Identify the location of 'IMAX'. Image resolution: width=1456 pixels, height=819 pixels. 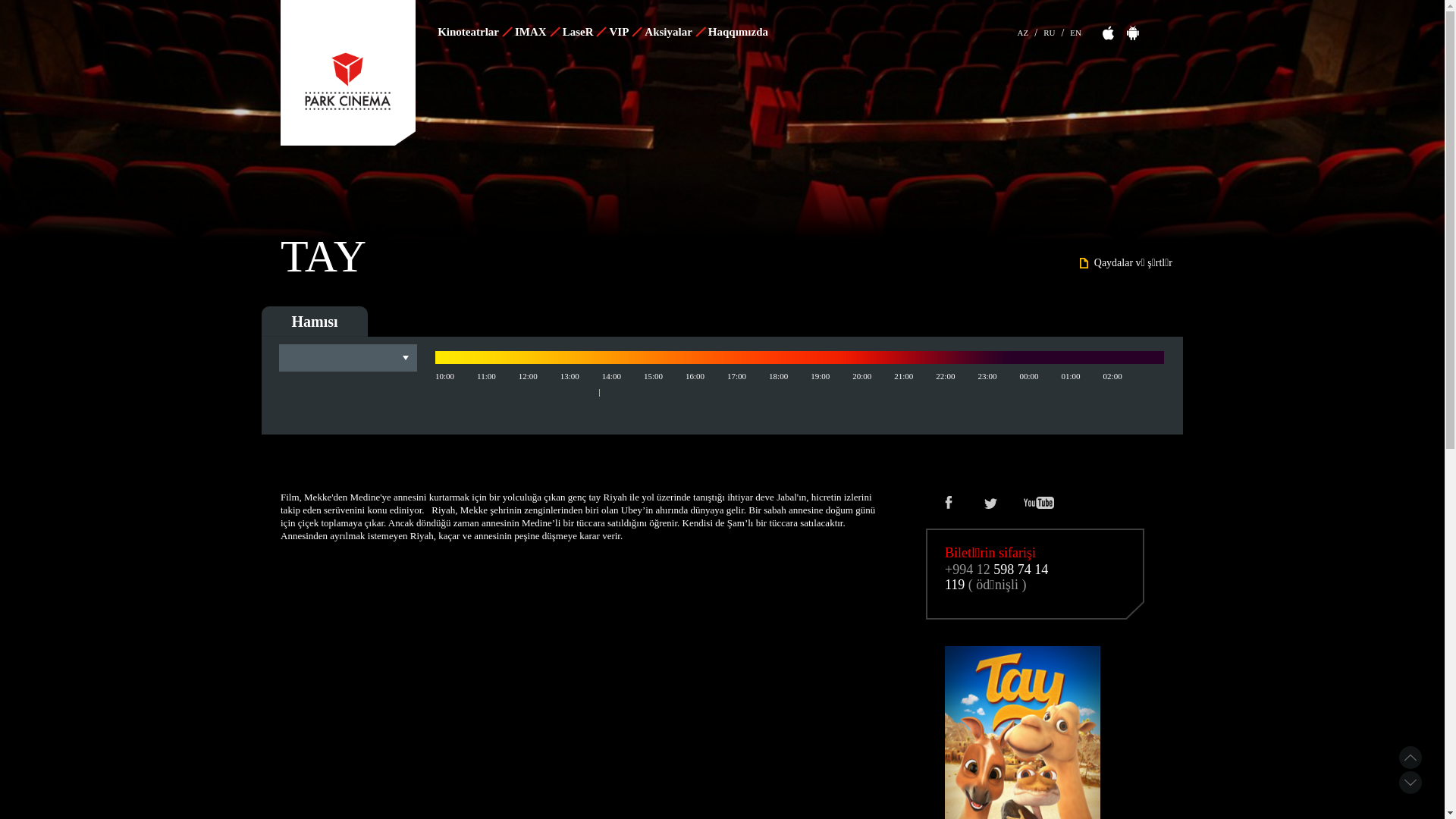
(536, 32).